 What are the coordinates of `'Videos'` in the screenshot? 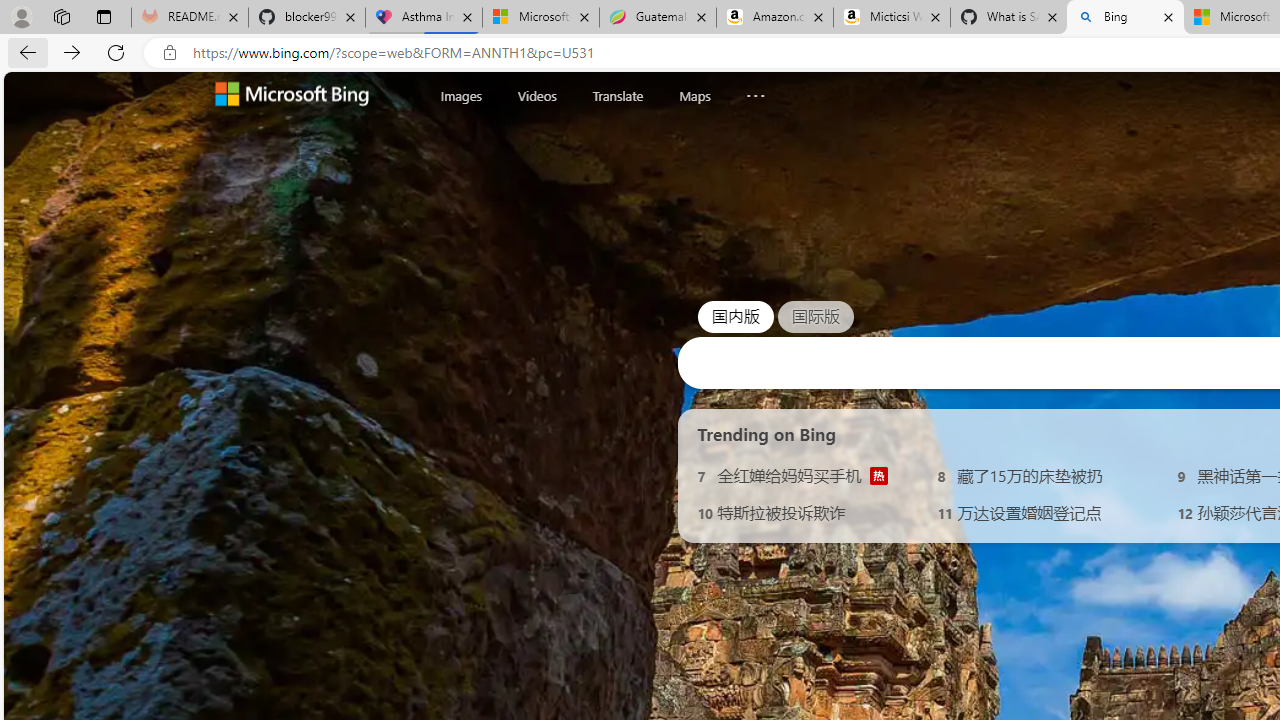 It's located at (536, 95).